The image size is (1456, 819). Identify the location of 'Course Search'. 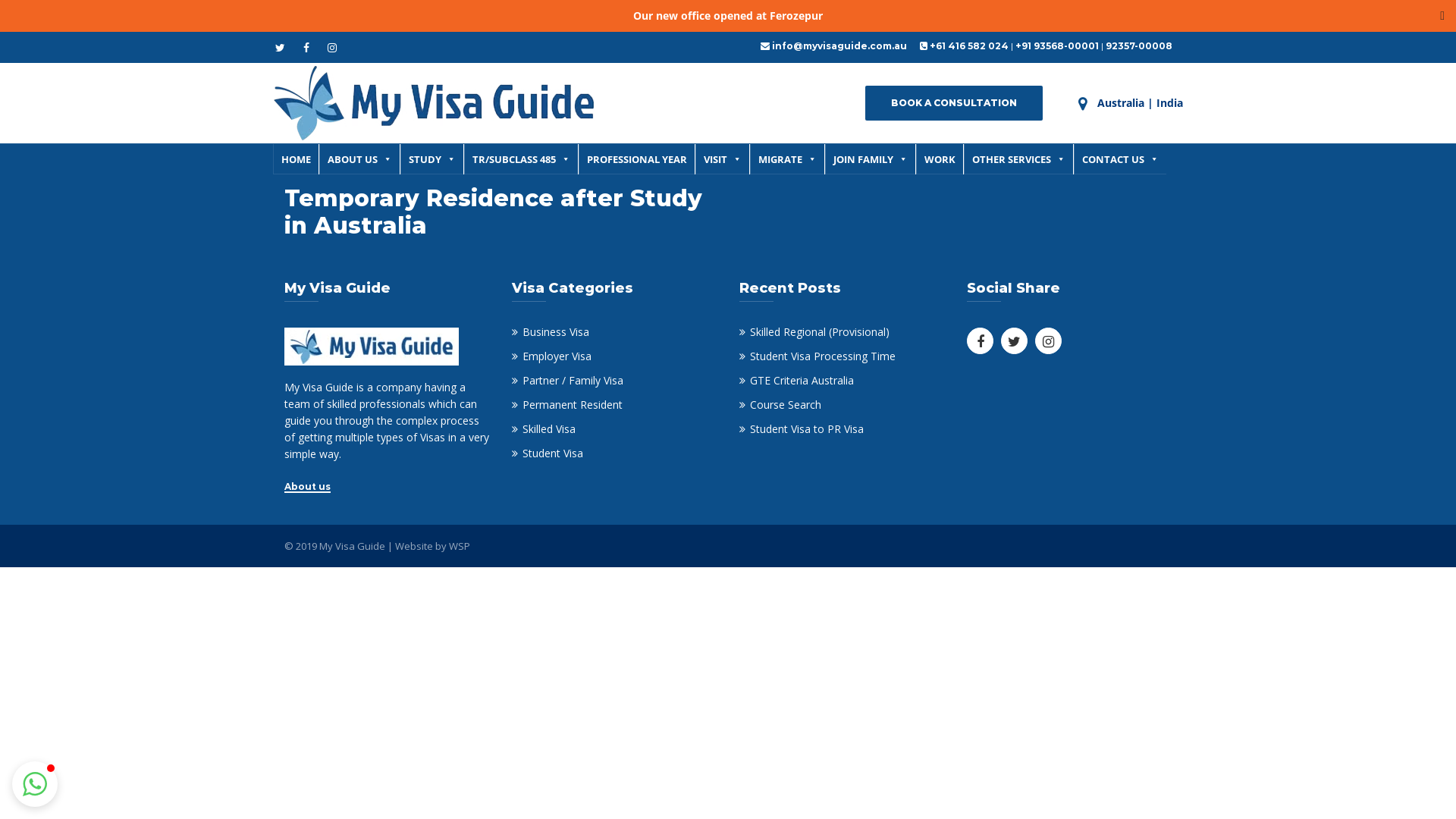
(780, 403).